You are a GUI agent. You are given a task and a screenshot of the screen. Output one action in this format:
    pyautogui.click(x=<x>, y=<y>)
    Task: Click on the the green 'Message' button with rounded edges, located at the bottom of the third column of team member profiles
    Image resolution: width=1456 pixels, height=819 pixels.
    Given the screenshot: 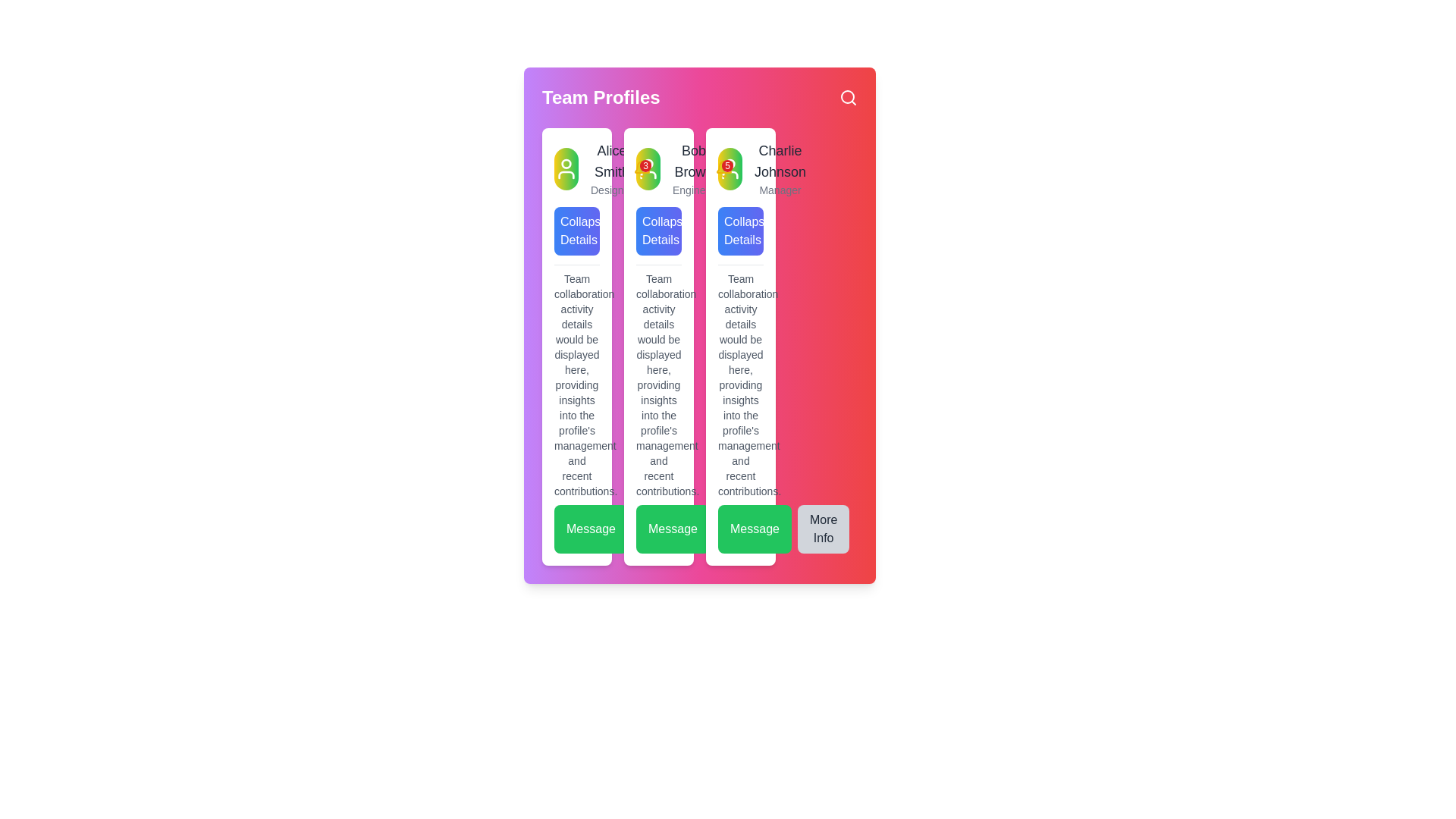 What is the action you would take?
    pyautogui.click(x=741, y=529)
    